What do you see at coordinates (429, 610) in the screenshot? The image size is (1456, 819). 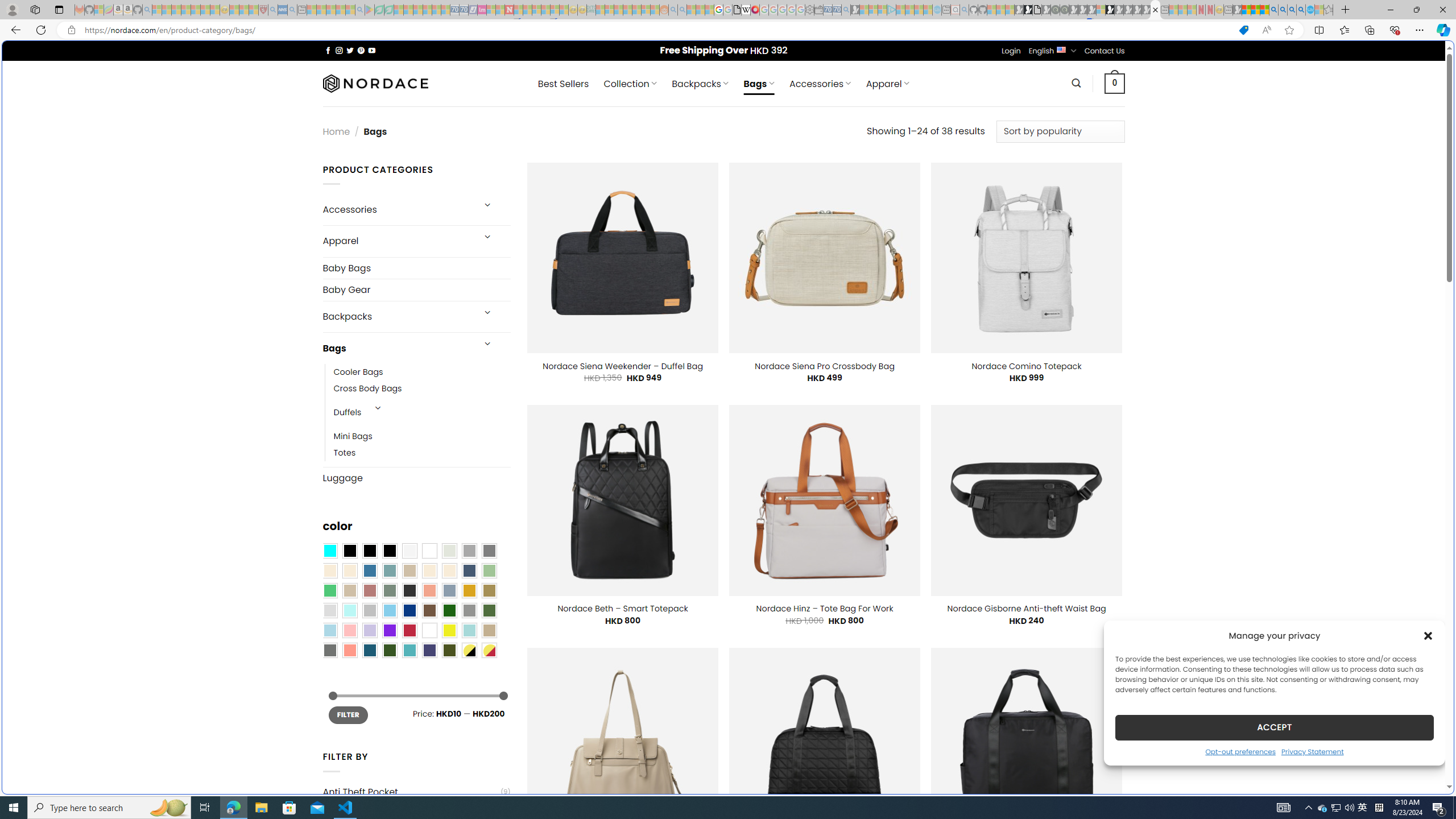 I see `'Brown'` at bounding box center [429, 610].